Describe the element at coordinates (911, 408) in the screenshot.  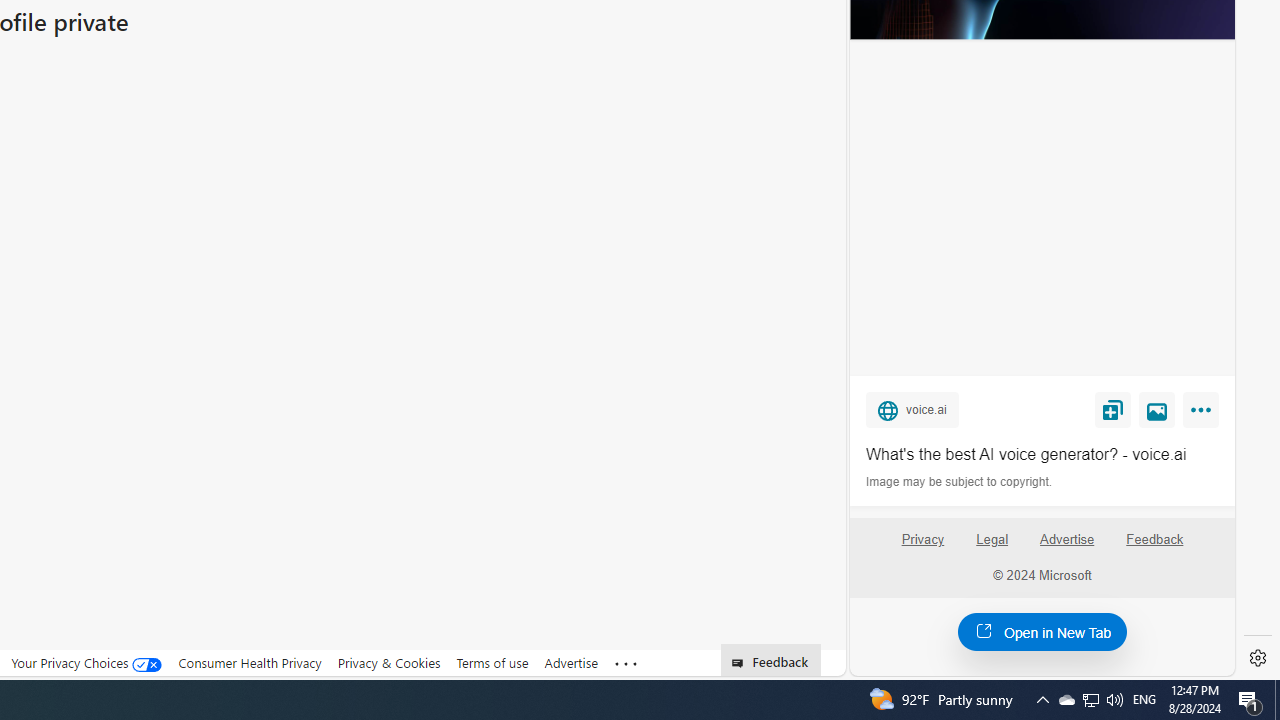
I see `'voice.ai'` at that location.